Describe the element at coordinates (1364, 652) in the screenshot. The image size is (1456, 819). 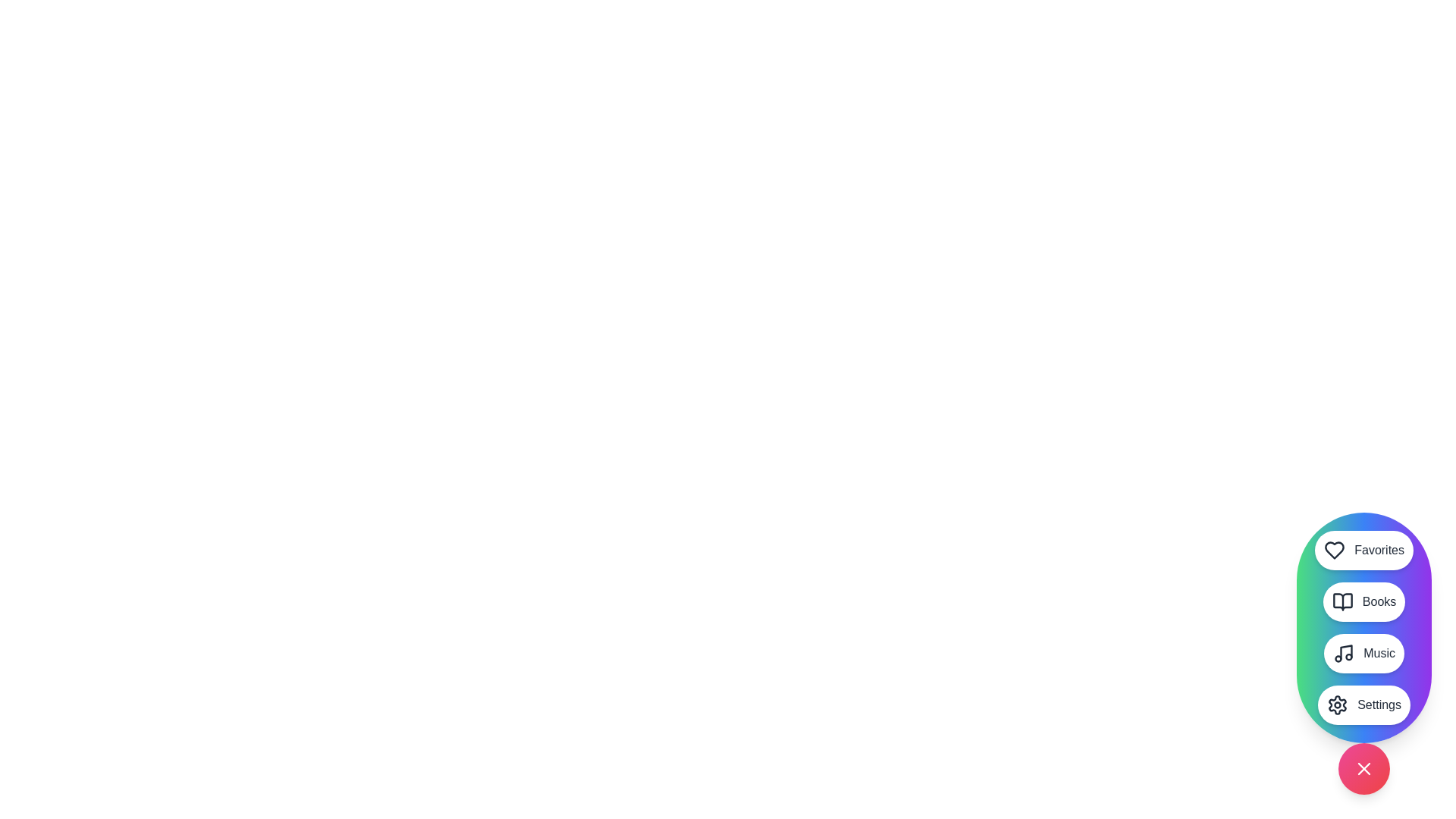
I see `the menu option Music to perform its associated action` at that location.